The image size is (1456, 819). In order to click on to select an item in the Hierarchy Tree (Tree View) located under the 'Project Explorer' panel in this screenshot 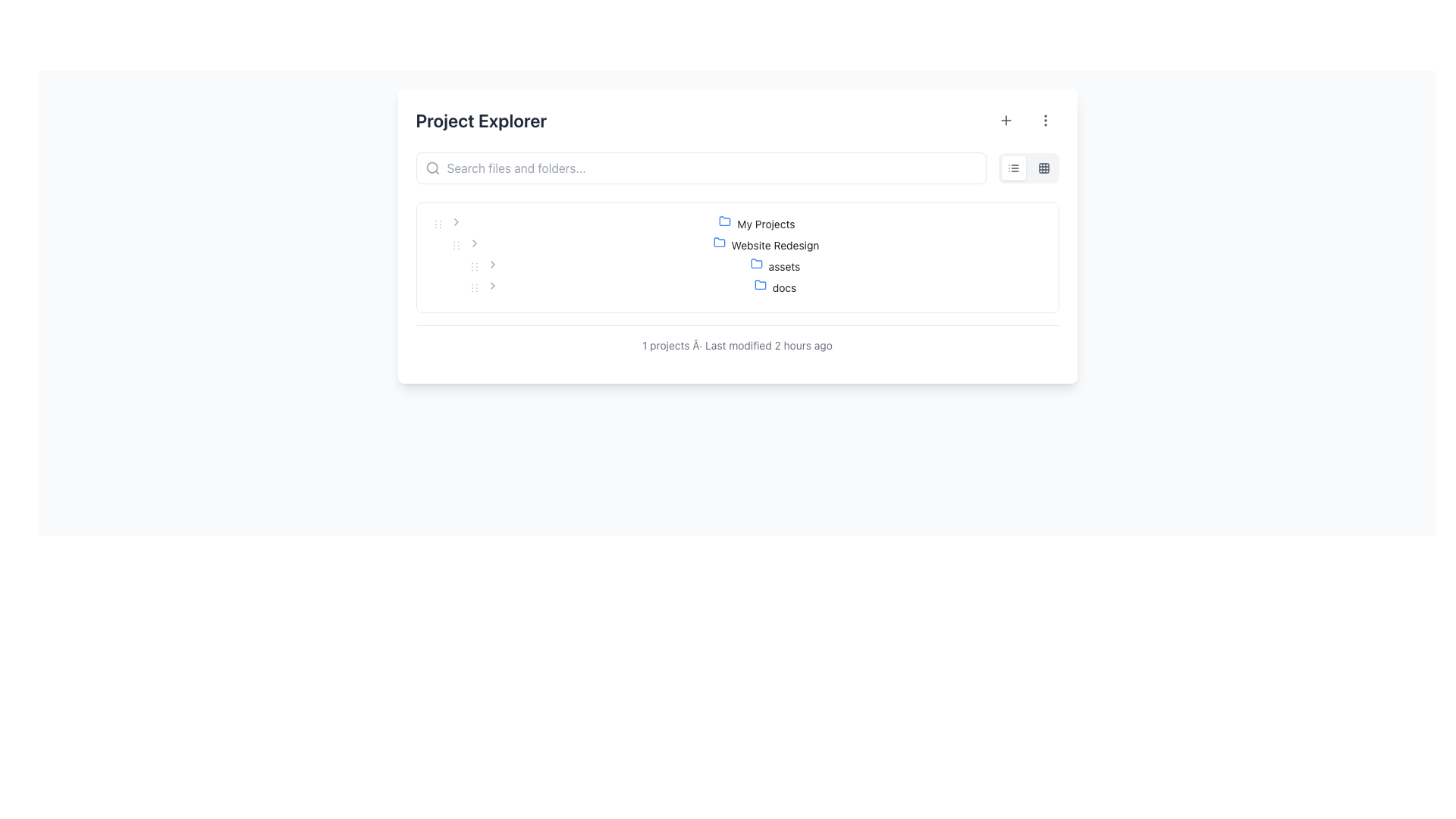, I will do `click(737, 256)`.